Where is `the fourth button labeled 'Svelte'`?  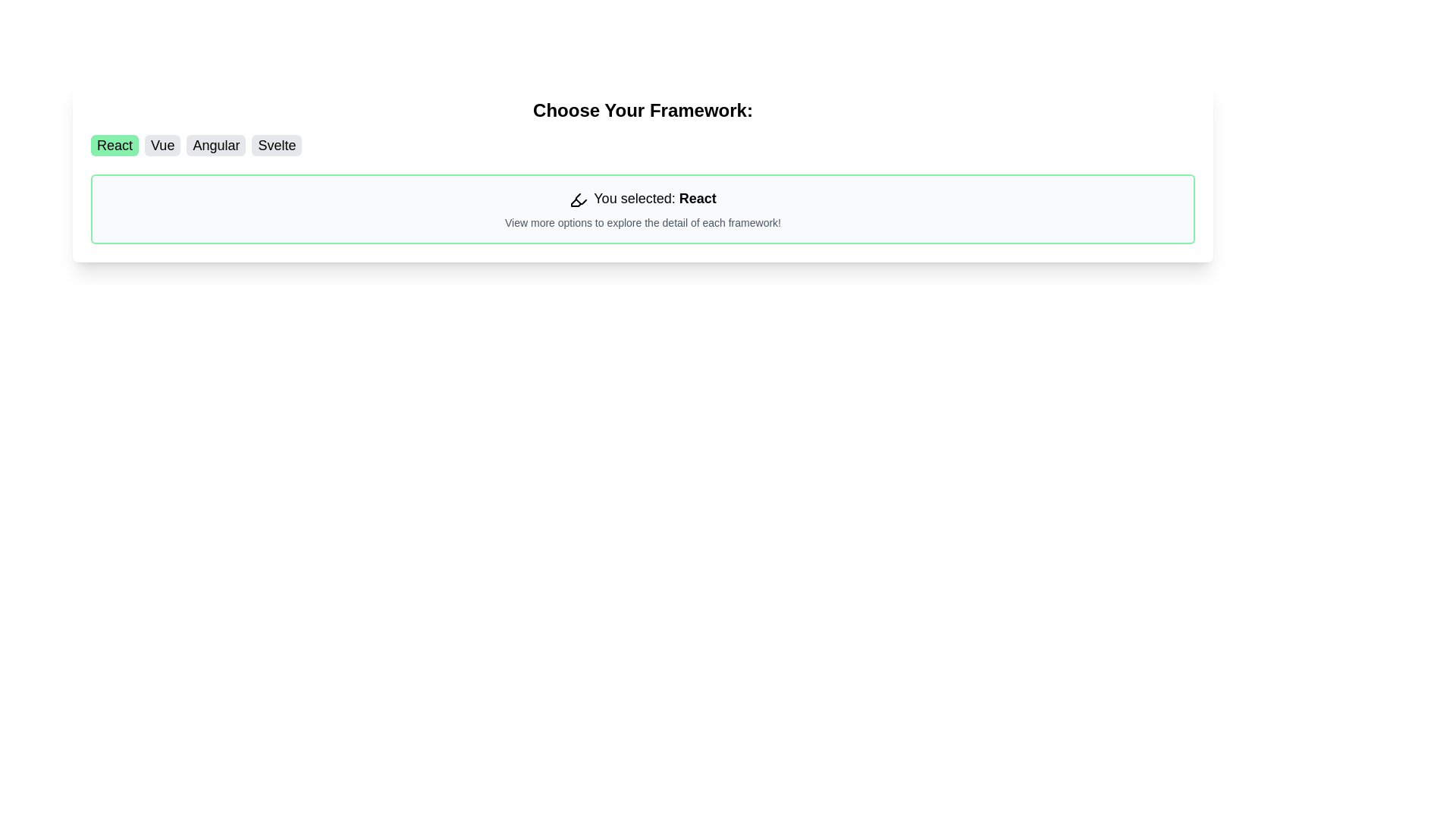
the fourth button labeled 'Svelte' is located at coordinates (277, 146).